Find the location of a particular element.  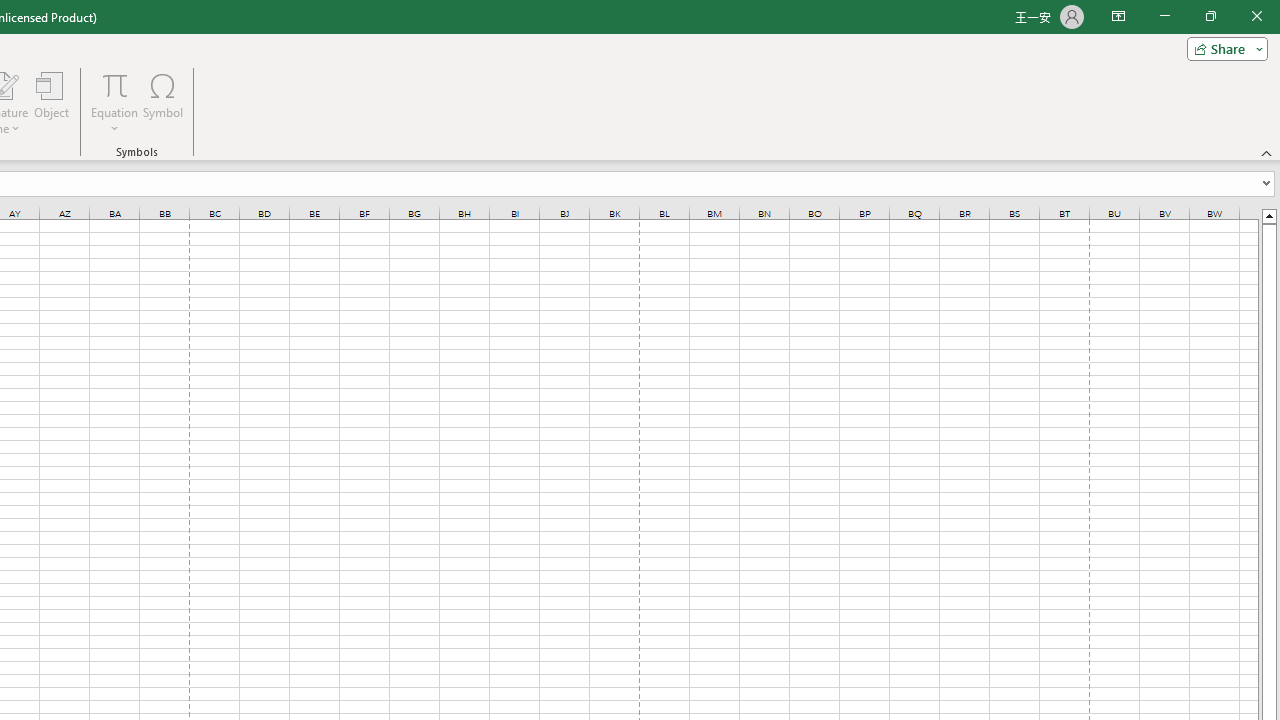

'Restore Down' is located at coordinates (1209, 16).